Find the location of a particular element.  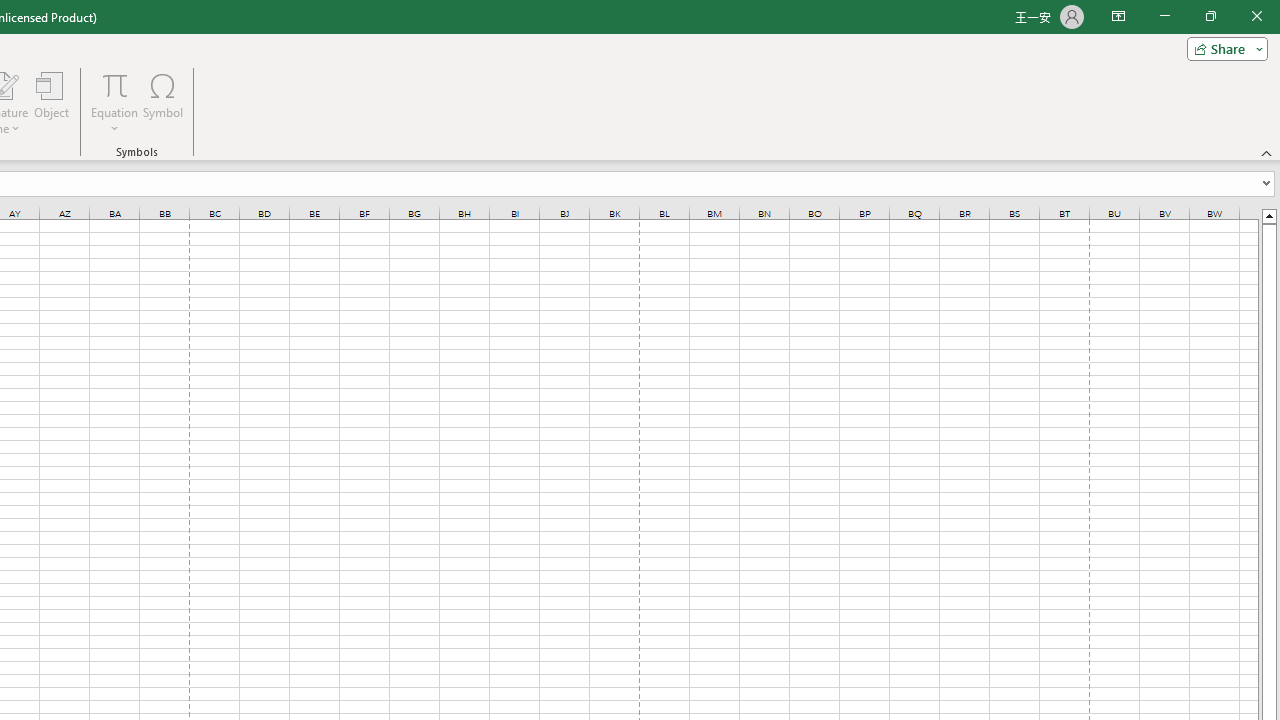

'Restore Down' is located at coordinates (1209, 16).